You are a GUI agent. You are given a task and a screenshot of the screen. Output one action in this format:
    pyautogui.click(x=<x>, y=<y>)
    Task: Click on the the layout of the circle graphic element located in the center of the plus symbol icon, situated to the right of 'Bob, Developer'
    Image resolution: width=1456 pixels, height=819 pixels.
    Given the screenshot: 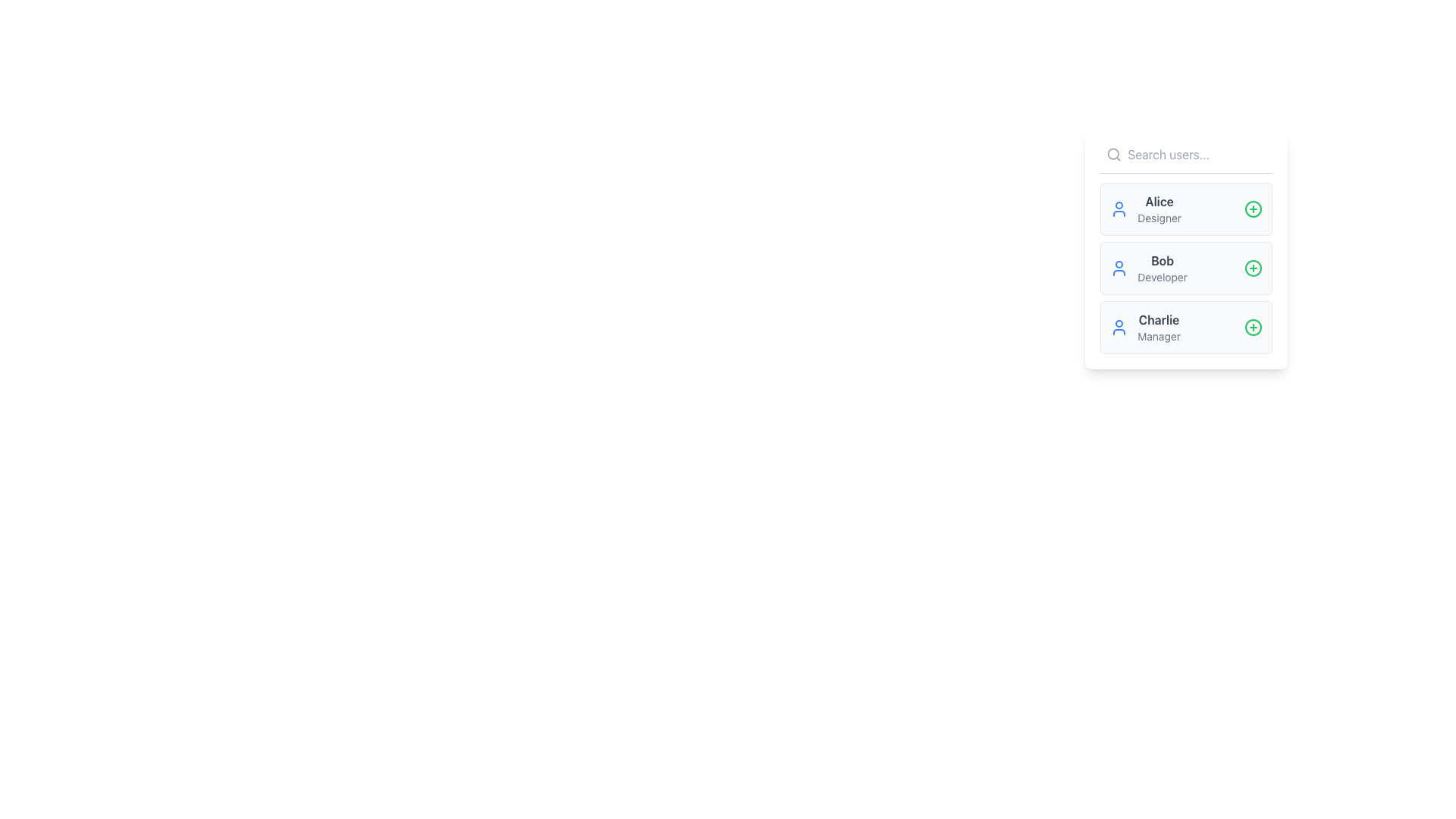 What is the action you would take?
    pyautogui.click(x=1253, y=268)
    